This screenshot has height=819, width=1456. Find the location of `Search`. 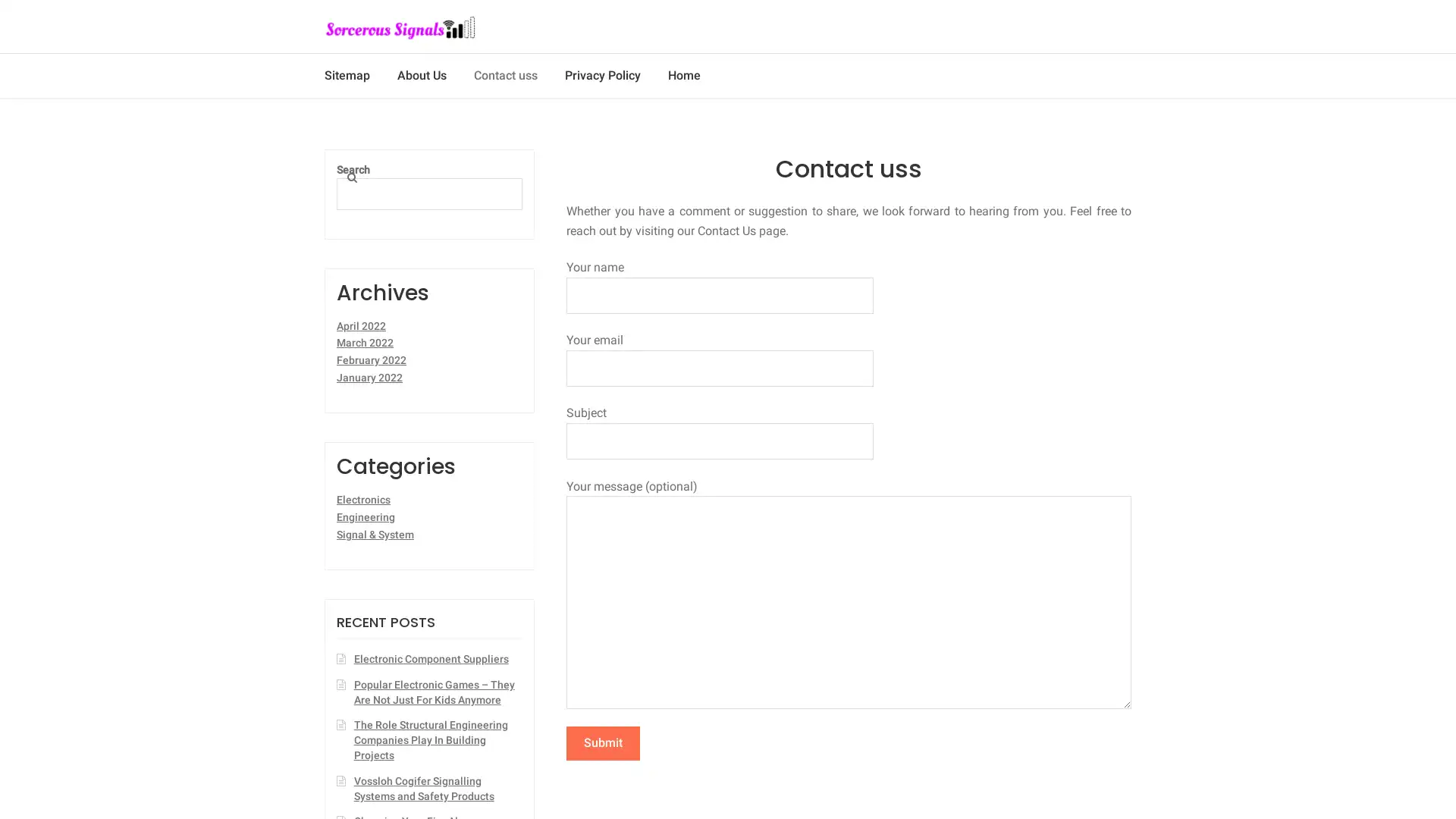

Search is located at coordinates (366, 173).